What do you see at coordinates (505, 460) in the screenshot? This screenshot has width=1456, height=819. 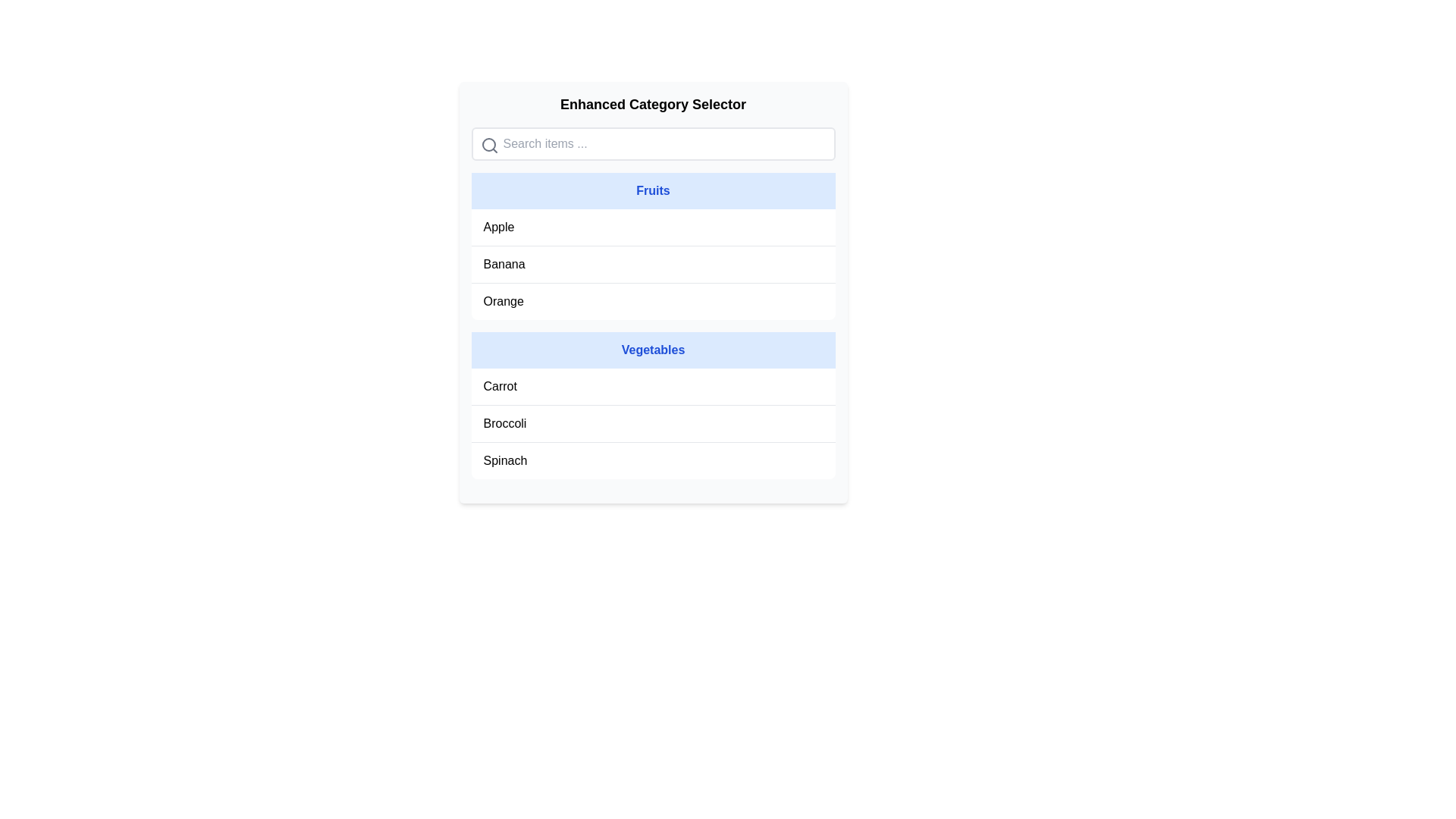 I see `the text label displaying 'Spinach'` at bounding box center [505, 460].